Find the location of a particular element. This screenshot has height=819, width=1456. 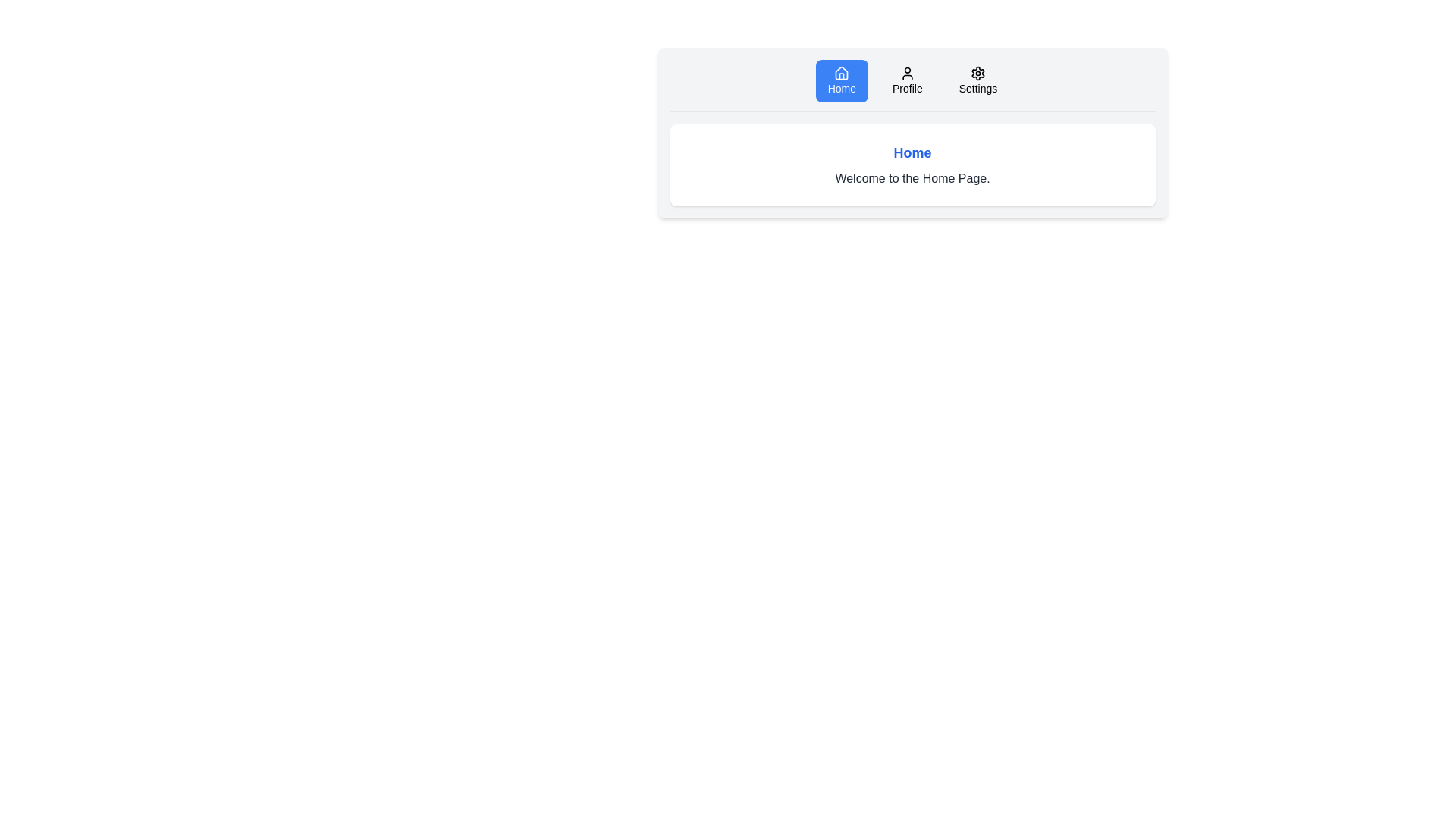

the tab labeled Home to examine its appearance is located at coordinates (841, 81).